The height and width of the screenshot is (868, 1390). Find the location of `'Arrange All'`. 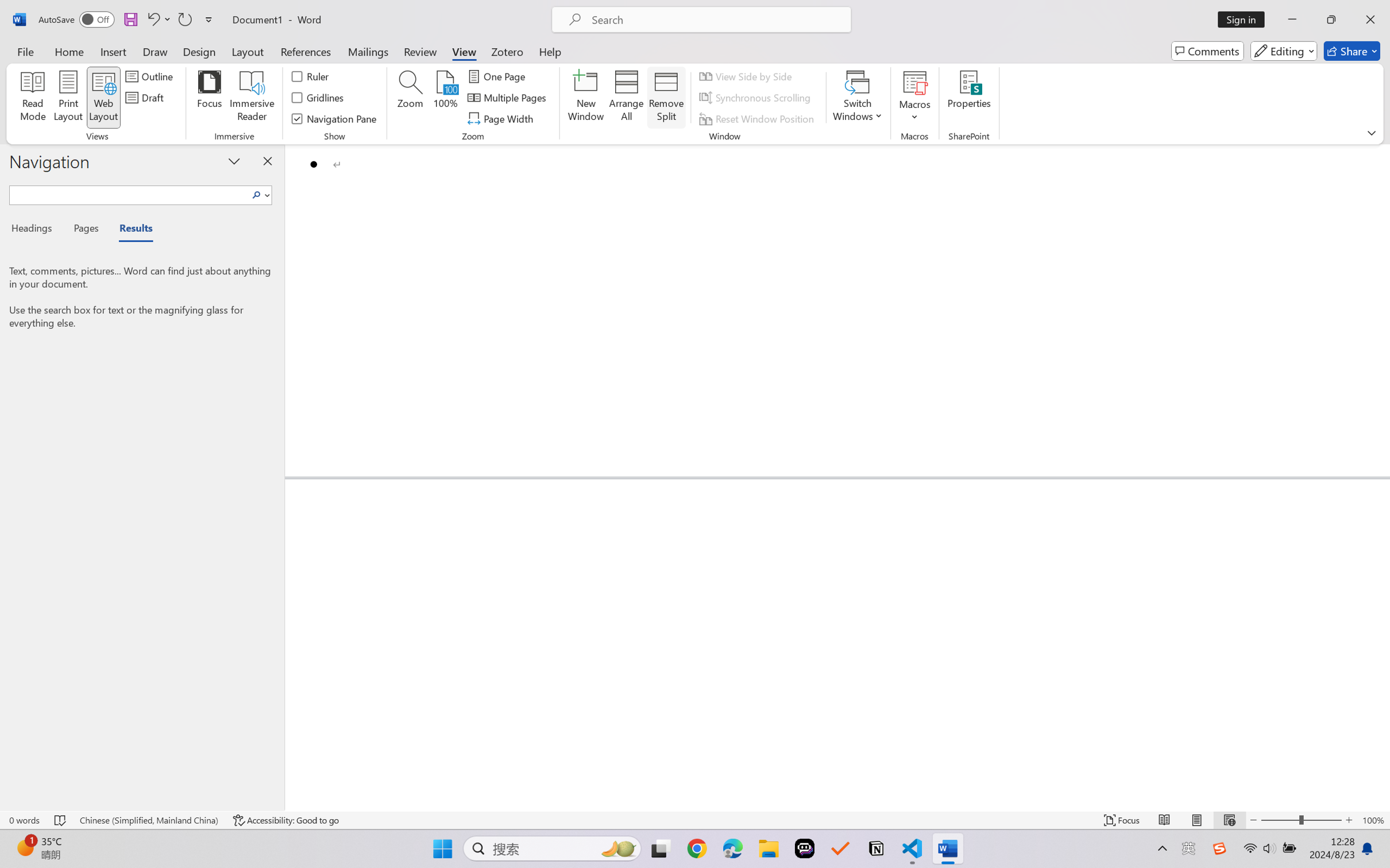

'Arrange All' is located at coordinates (625, 98).